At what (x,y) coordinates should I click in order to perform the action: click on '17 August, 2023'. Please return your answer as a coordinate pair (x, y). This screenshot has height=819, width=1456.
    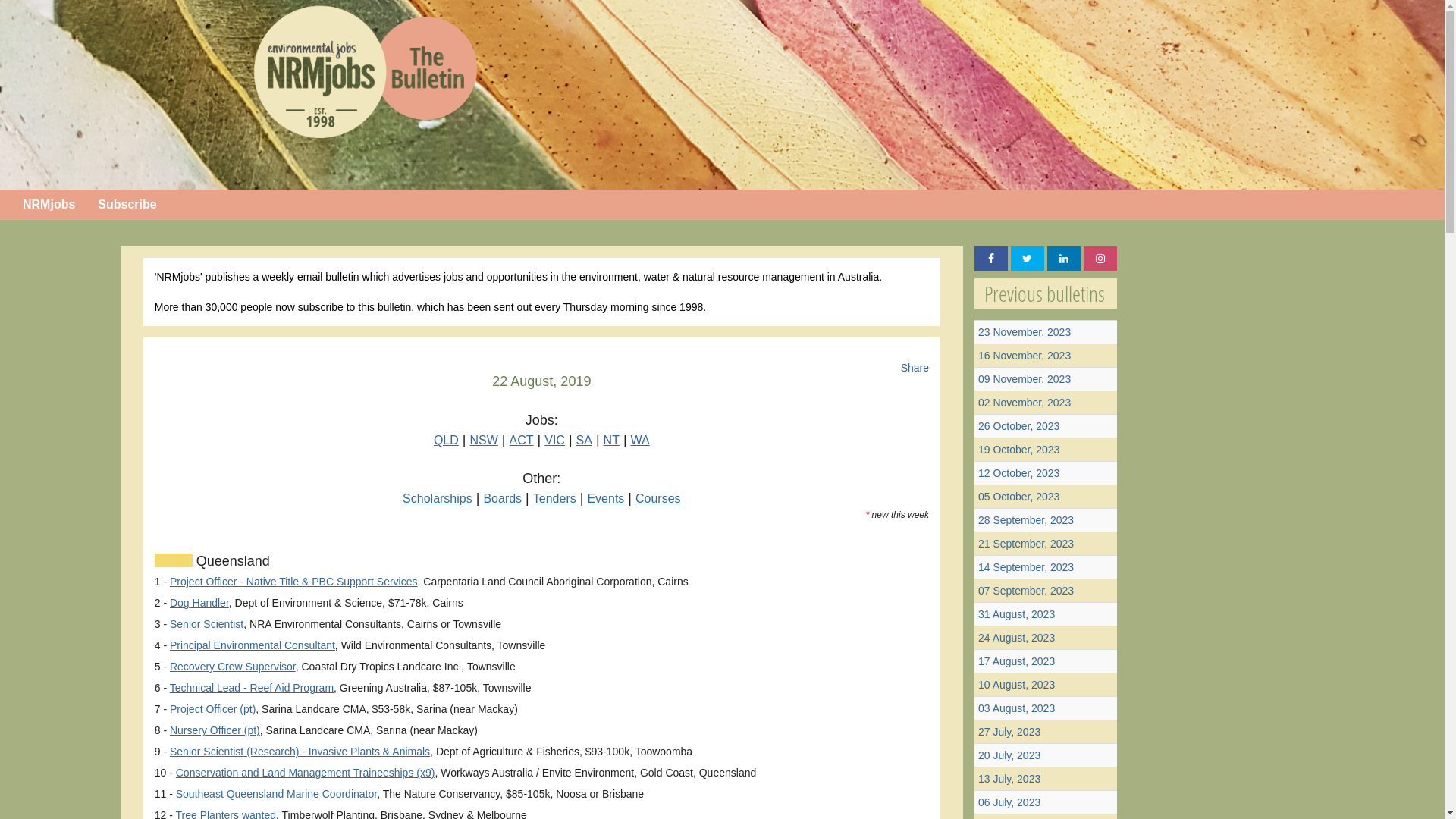
    Looking at the image, I should click on (1016, 660).